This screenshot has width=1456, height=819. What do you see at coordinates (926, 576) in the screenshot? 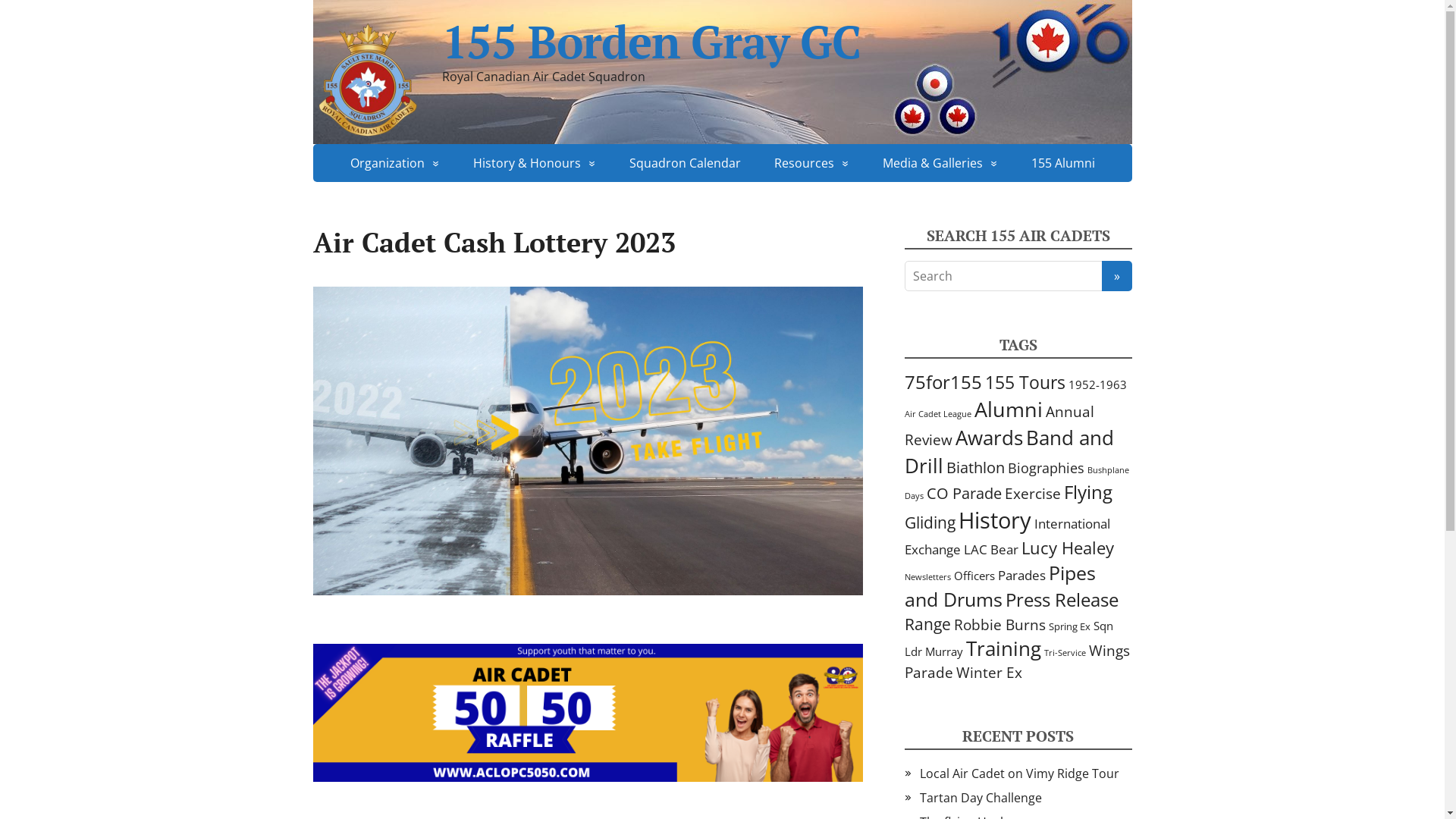
I see `'Newsletters'` at bounding box center [926, 576].